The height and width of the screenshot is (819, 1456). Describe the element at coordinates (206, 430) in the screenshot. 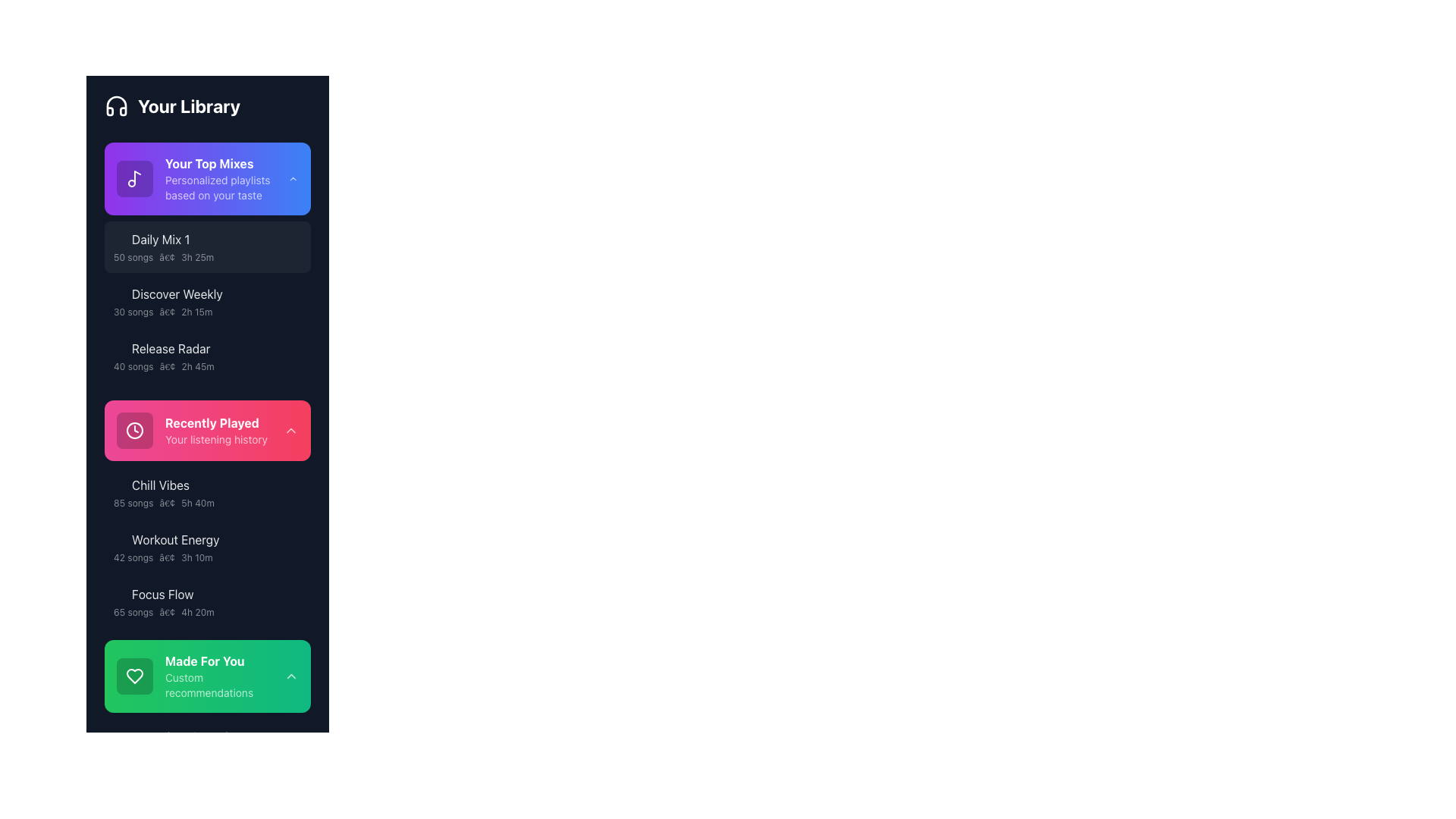

I see `the button labeled 'Recently Played' which features a clock icon on the left and a downward-facing chevron icon on the right` at that location.